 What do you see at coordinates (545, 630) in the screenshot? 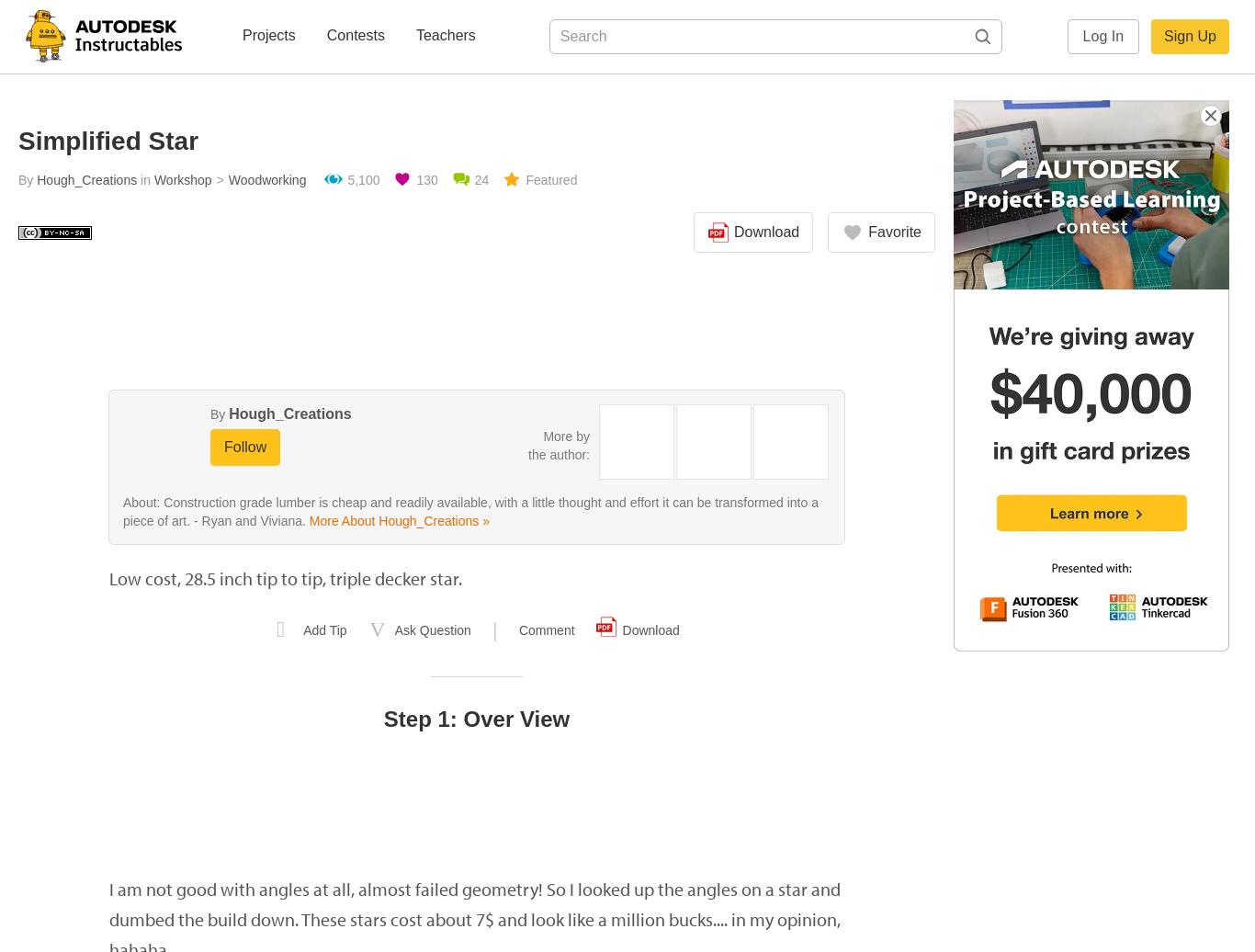
I see `'Comment'` at bounding box center [545, 630].